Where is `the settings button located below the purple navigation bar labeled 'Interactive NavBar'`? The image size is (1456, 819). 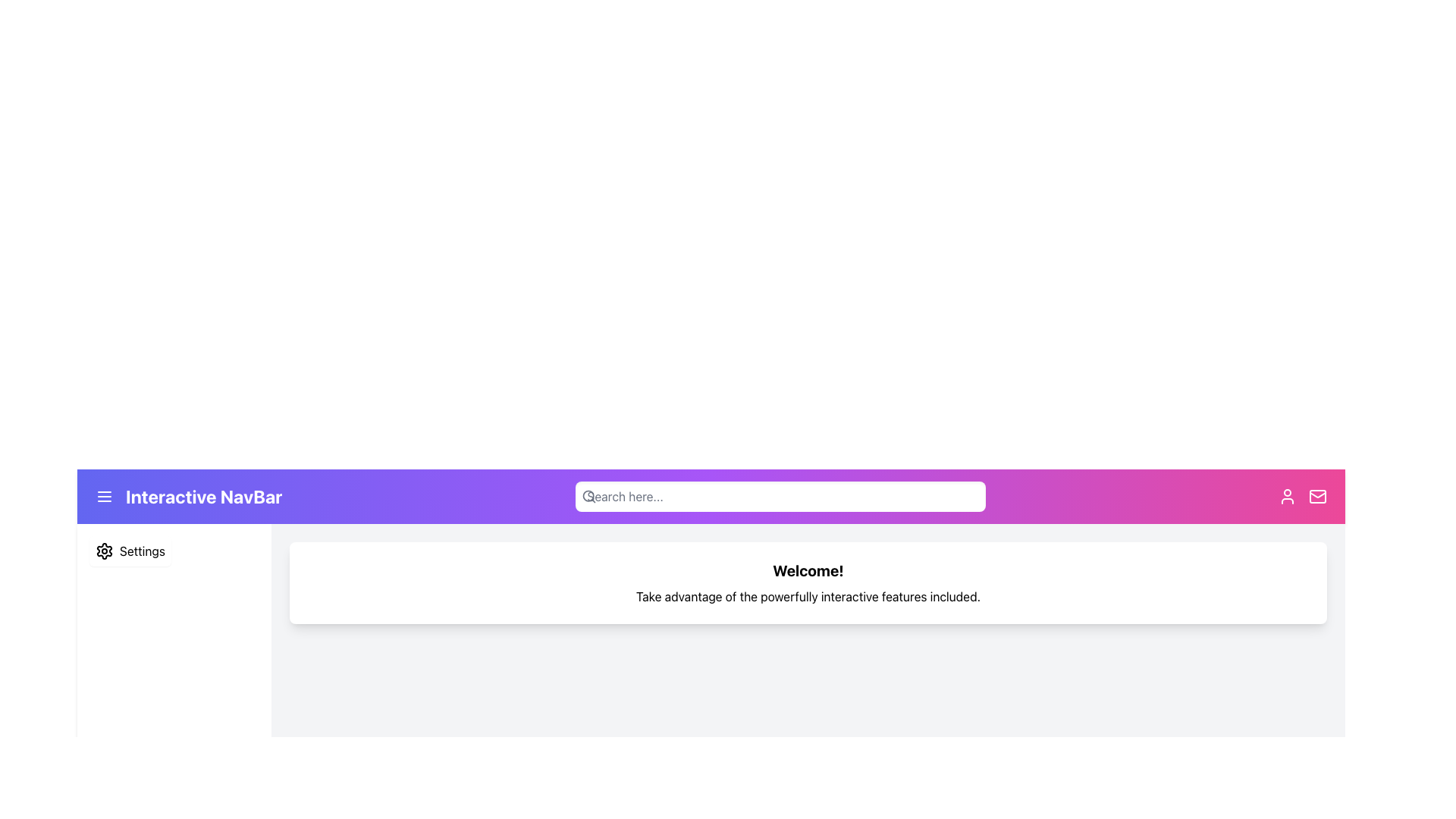
the settings button located below the purple navigation bar labeled 'Interactive NavBar' is located at coordinates (130, 551).